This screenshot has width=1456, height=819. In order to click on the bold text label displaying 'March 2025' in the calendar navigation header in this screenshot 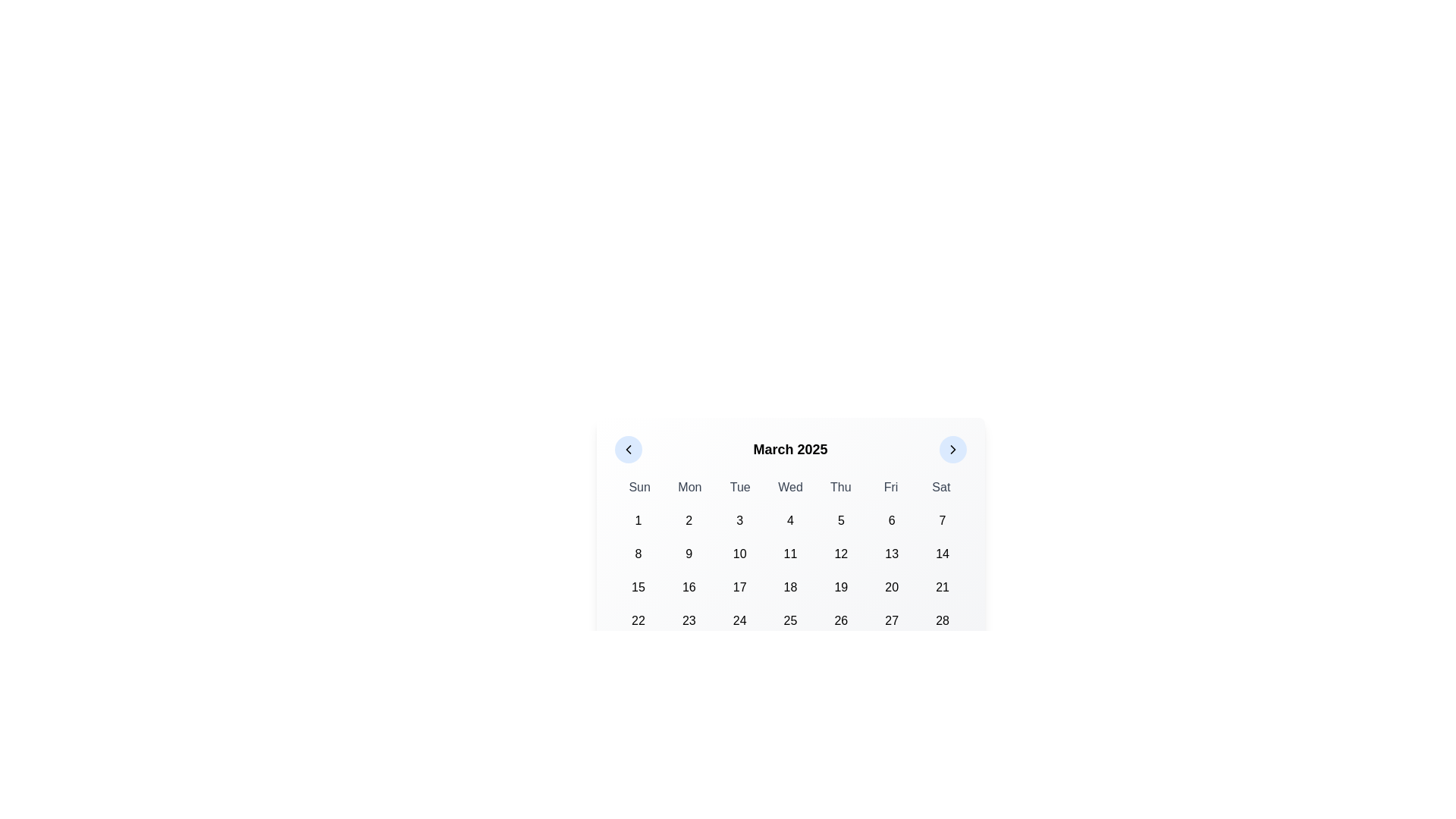, I will do `click(789, 449)`.